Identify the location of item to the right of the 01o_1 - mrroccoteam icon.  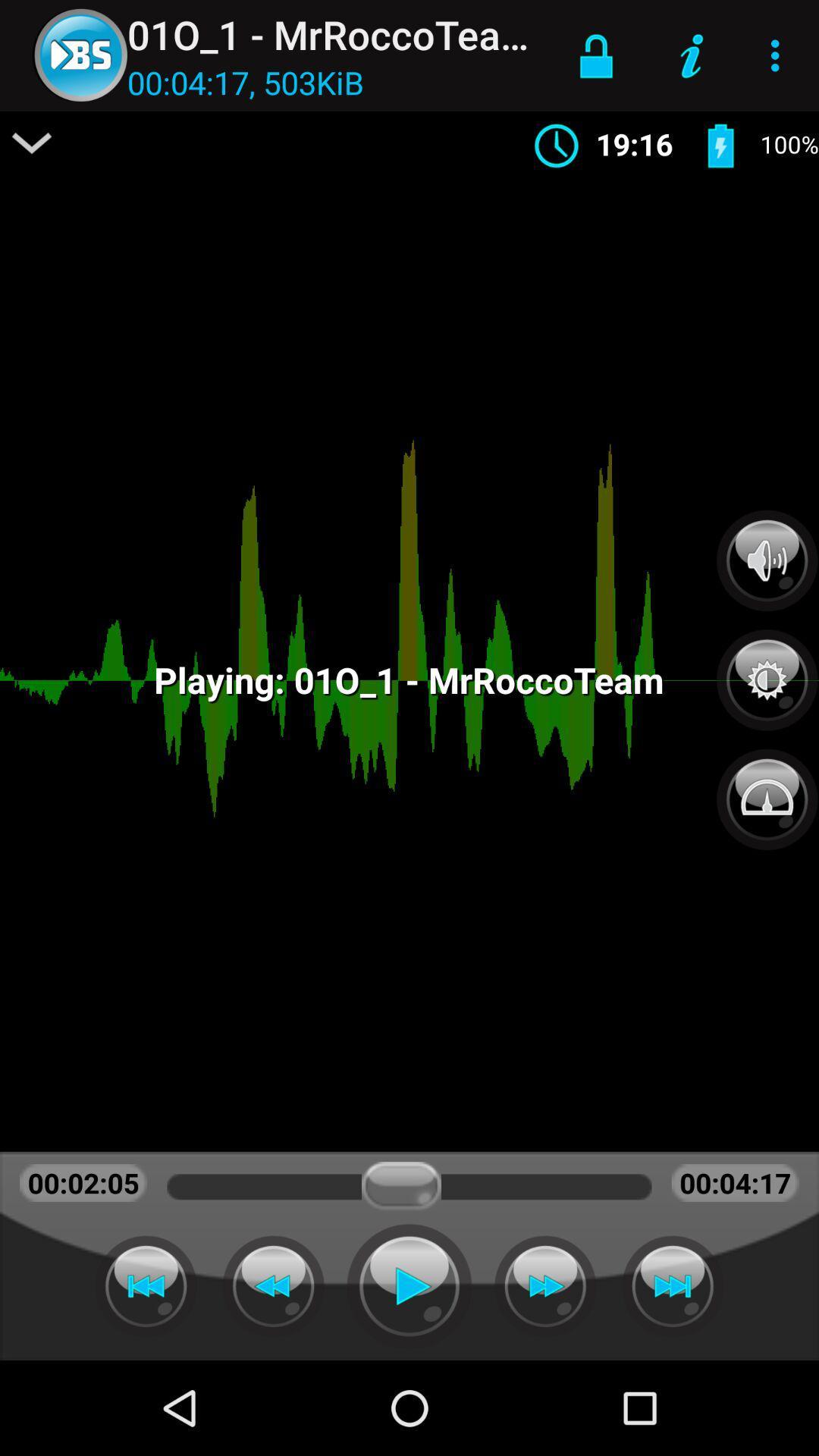
(595, 55).